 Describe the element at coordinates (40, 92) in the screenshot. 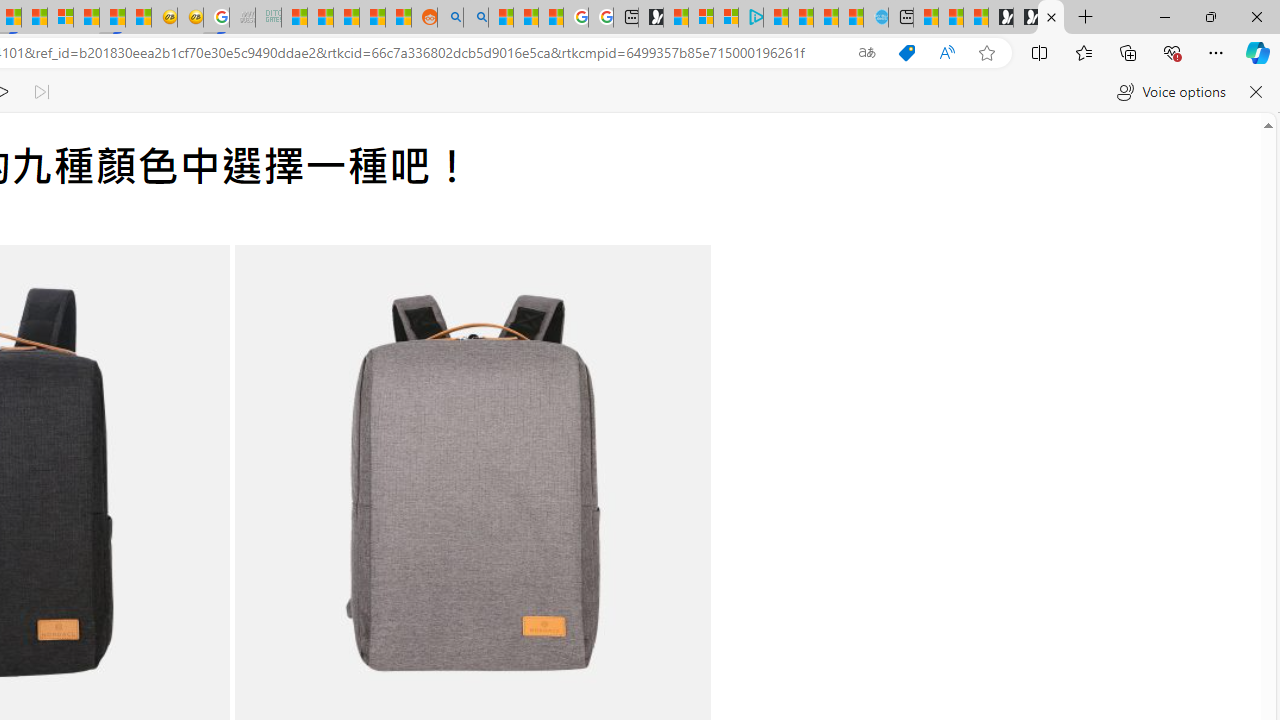

I see `'Read next paragraph'` at that location.